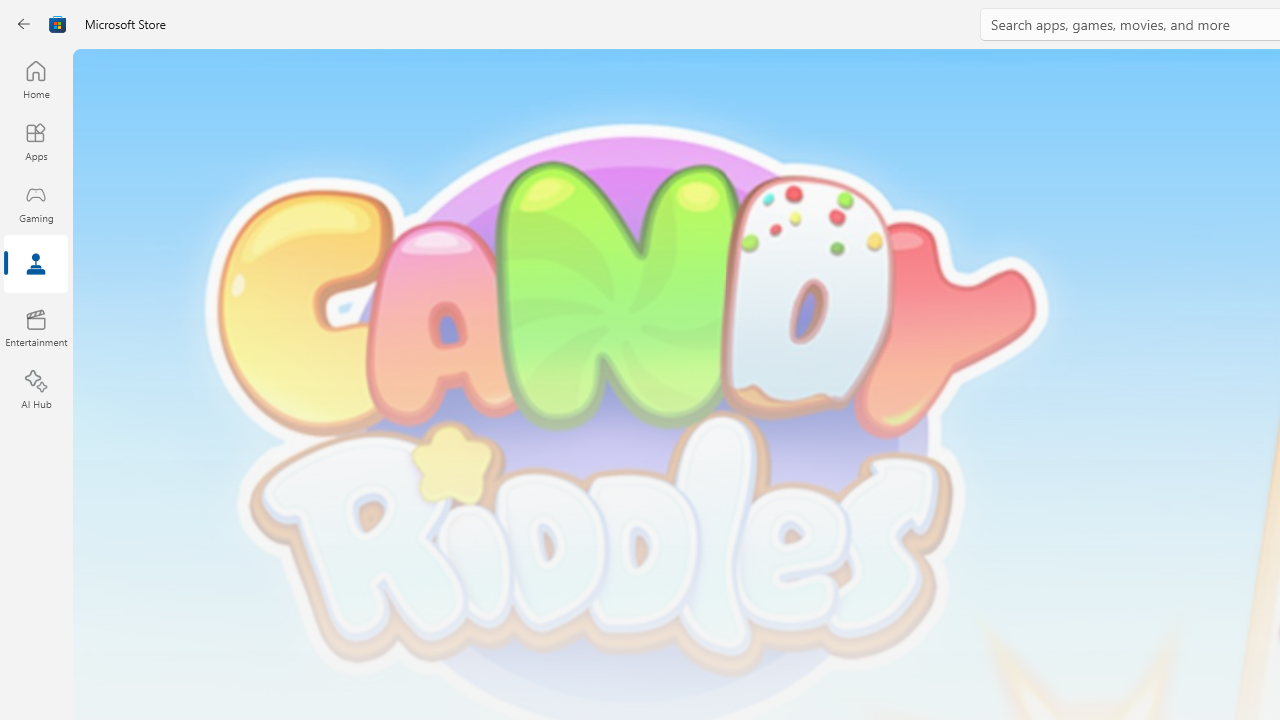 Image resolution: width=1280 pixels, height=720 pixels. Describe the element at coordinates (35, 203) in the screenshot. I see `'Gaming'` at that location.